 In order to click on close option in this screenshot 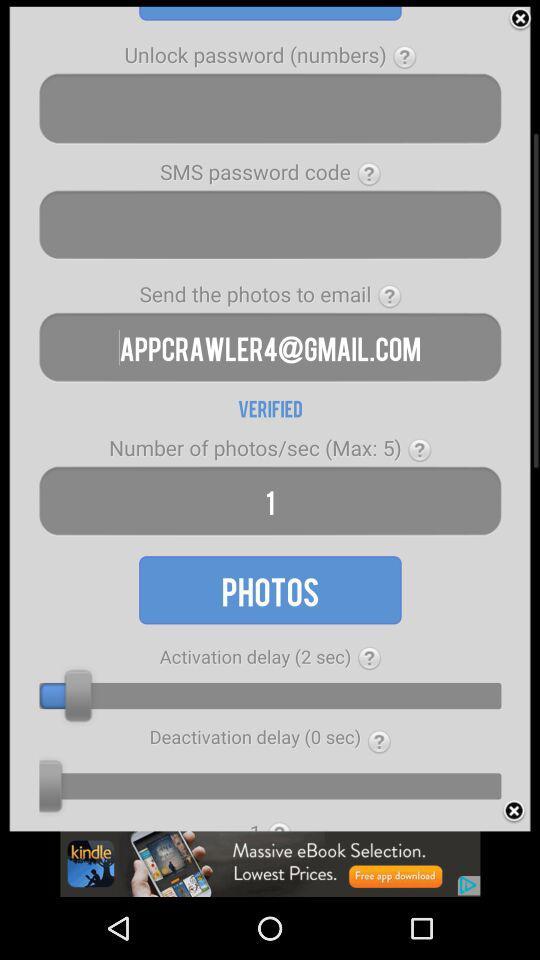, I will do `click(520, 18)`.